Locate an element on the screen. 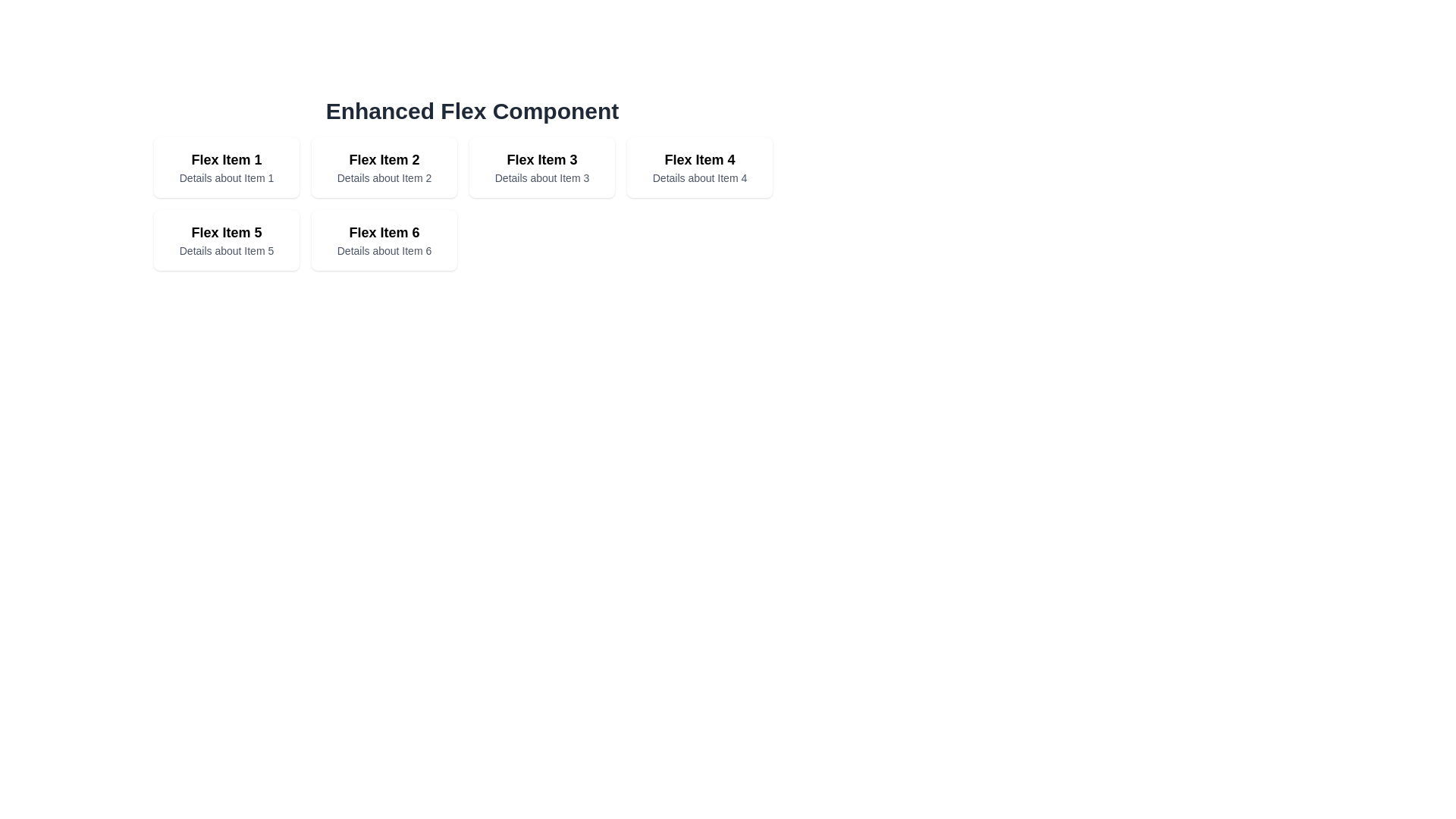 This screenshot has height=819, width=1456. the text snippet reading 'Details about Item 2' located beneath the title 'Flex Item 2' in the second card of the grid layout is located at coordinates (384, 177).